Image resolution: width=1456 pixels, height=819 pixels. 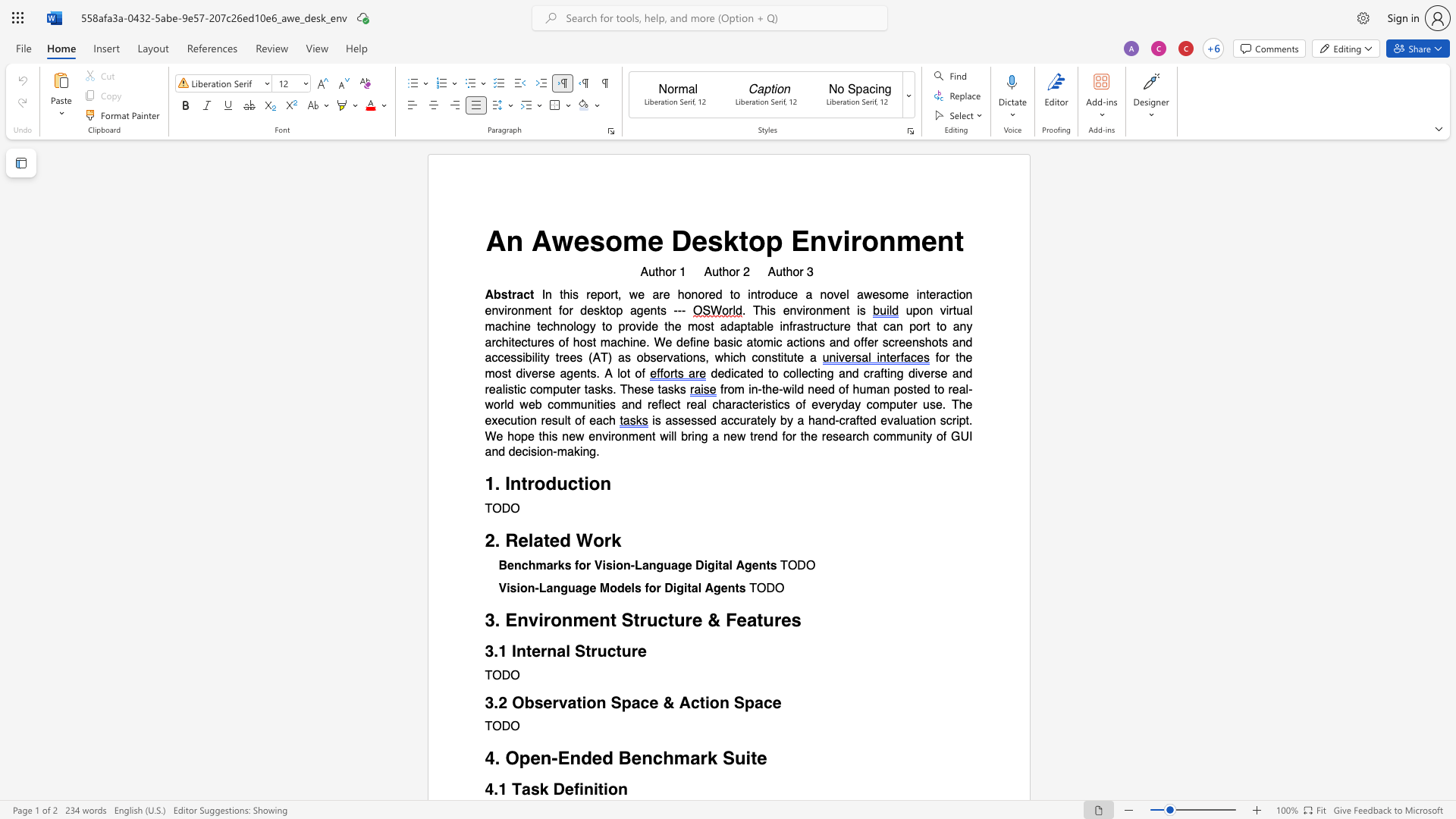 What do you see at coordinates (598, 436) in the screenshot?
I see `the 2th character "n" in the text` at bounding box center [598, 436].